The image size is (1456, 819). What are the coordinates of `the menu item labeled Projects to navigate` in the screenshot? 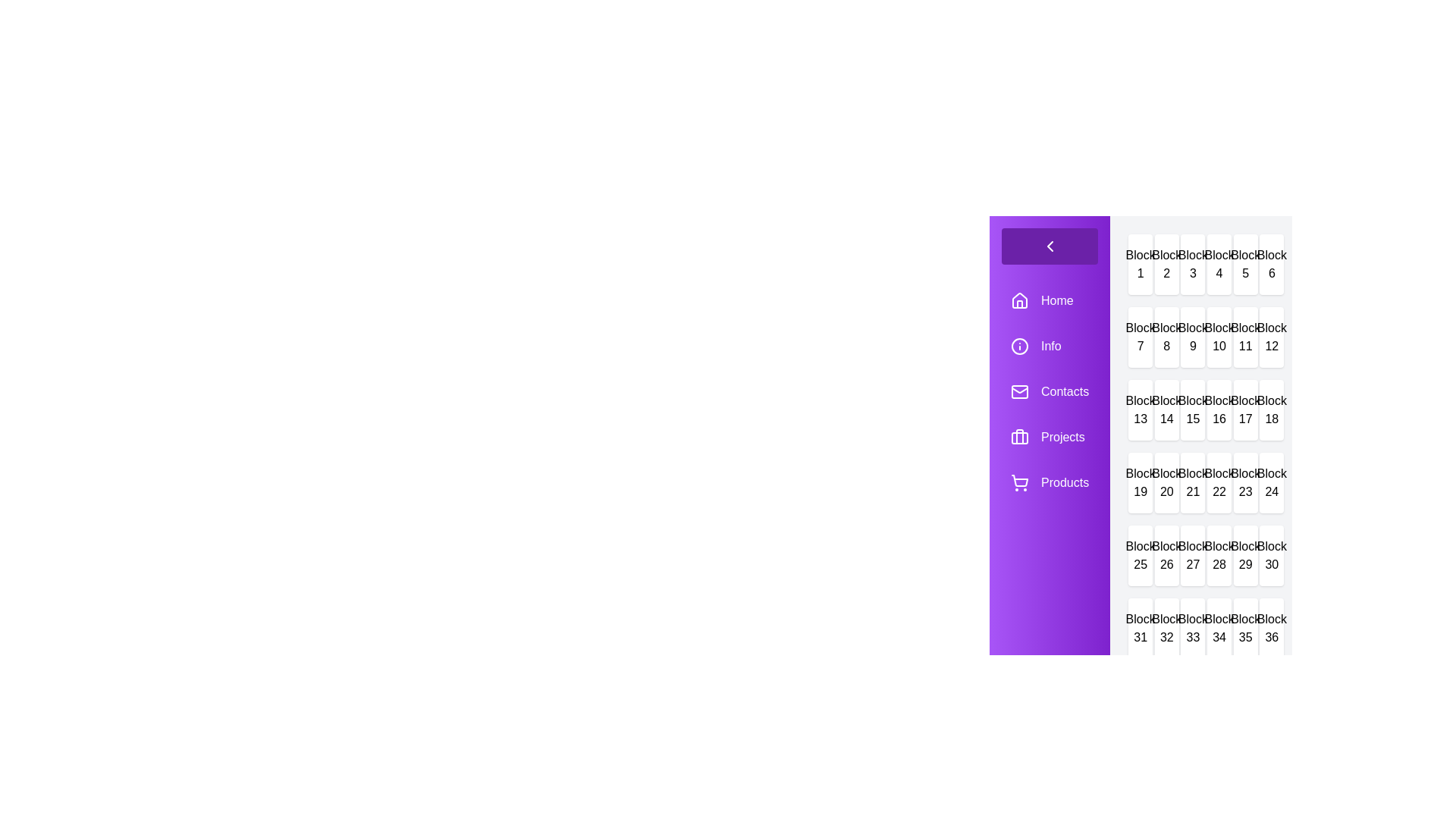 It's located at (1048, 438).